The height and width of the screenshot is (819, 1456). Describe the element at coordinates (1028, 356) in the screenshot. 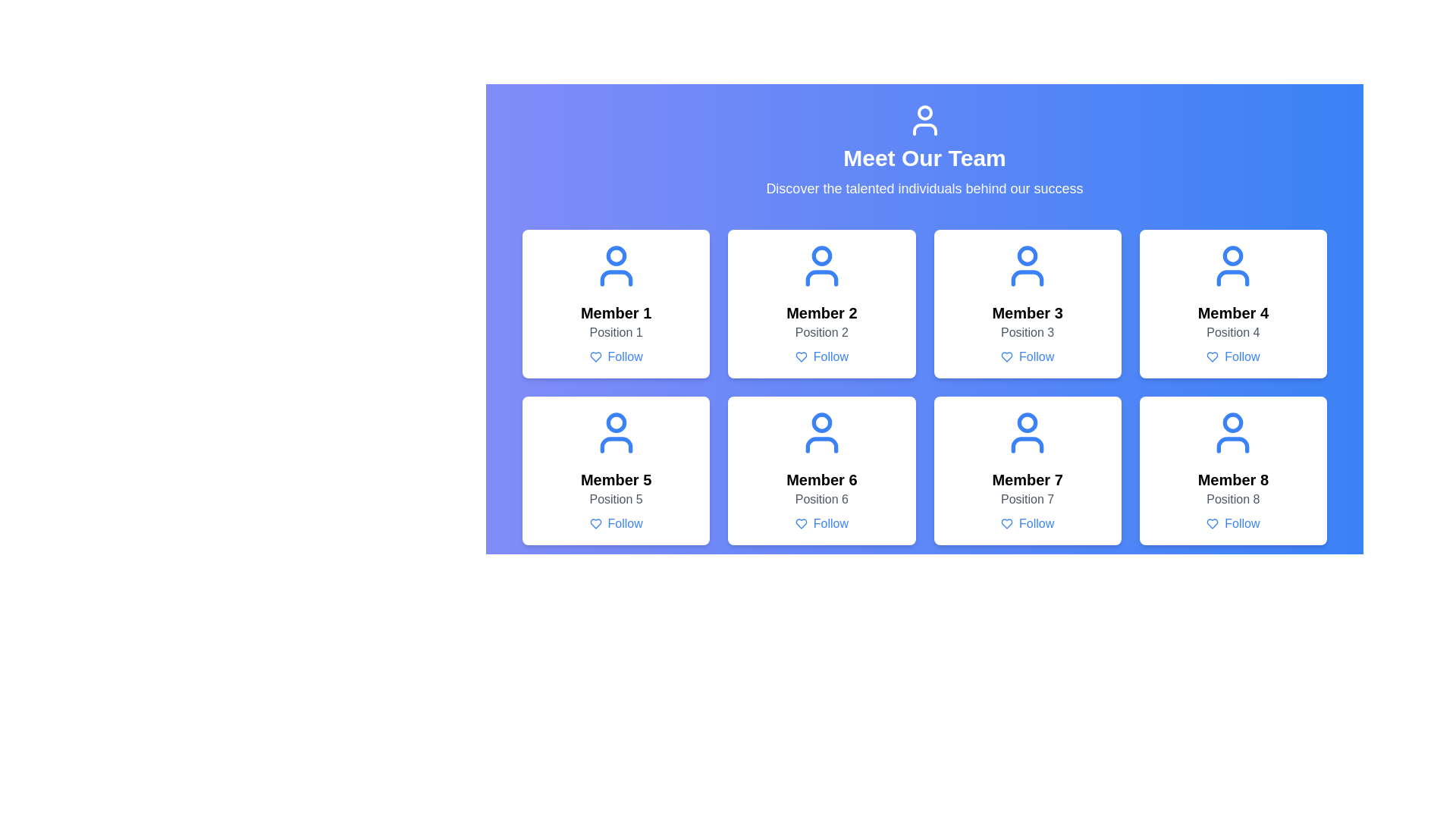

I see `the third 'Follow' button with a blue heart icon and bold blue text below 'Member 3 - Position 3'` at that location.